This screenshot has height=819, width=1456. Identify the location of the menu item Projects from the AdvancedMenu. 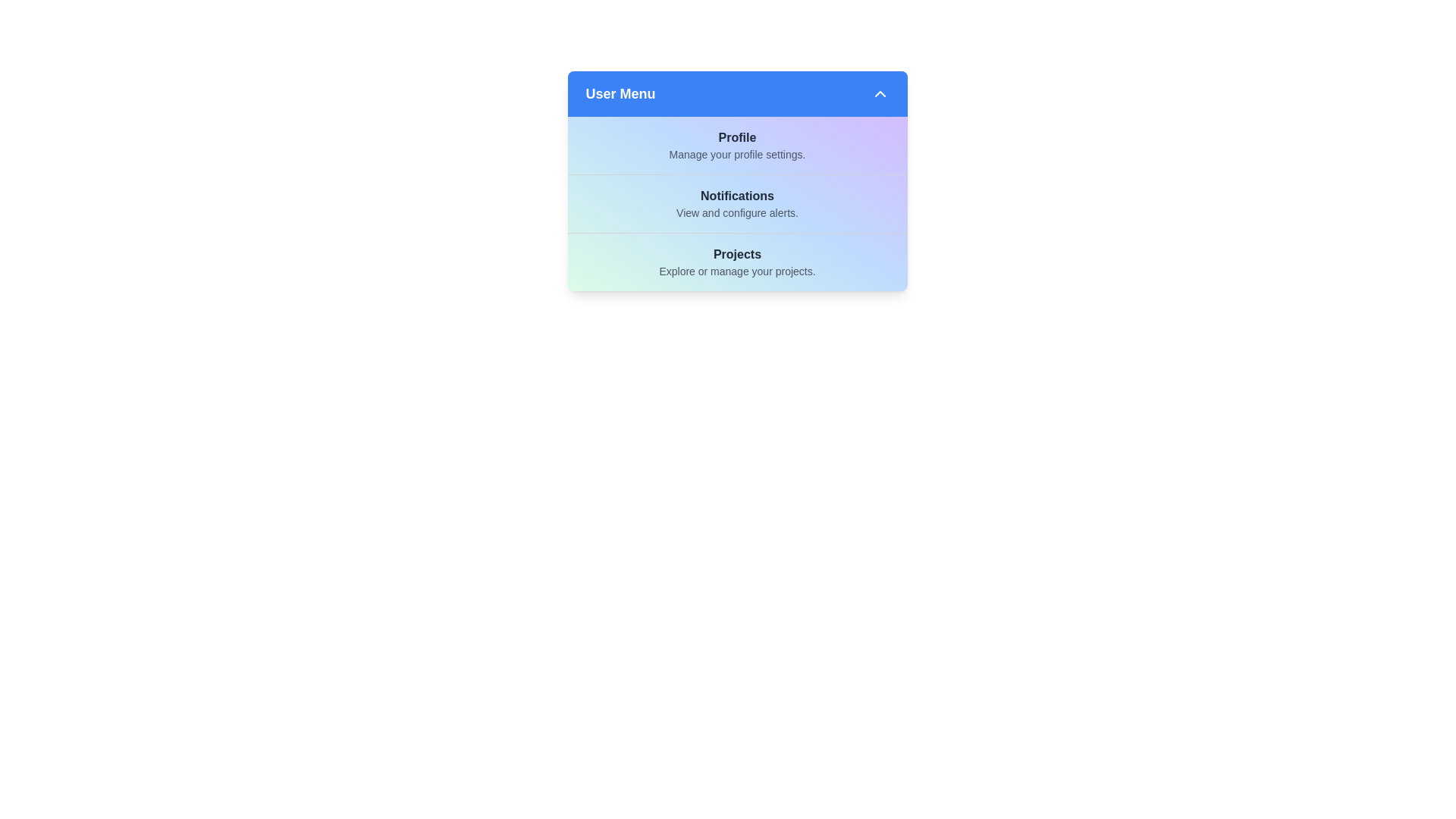
(737, 261).